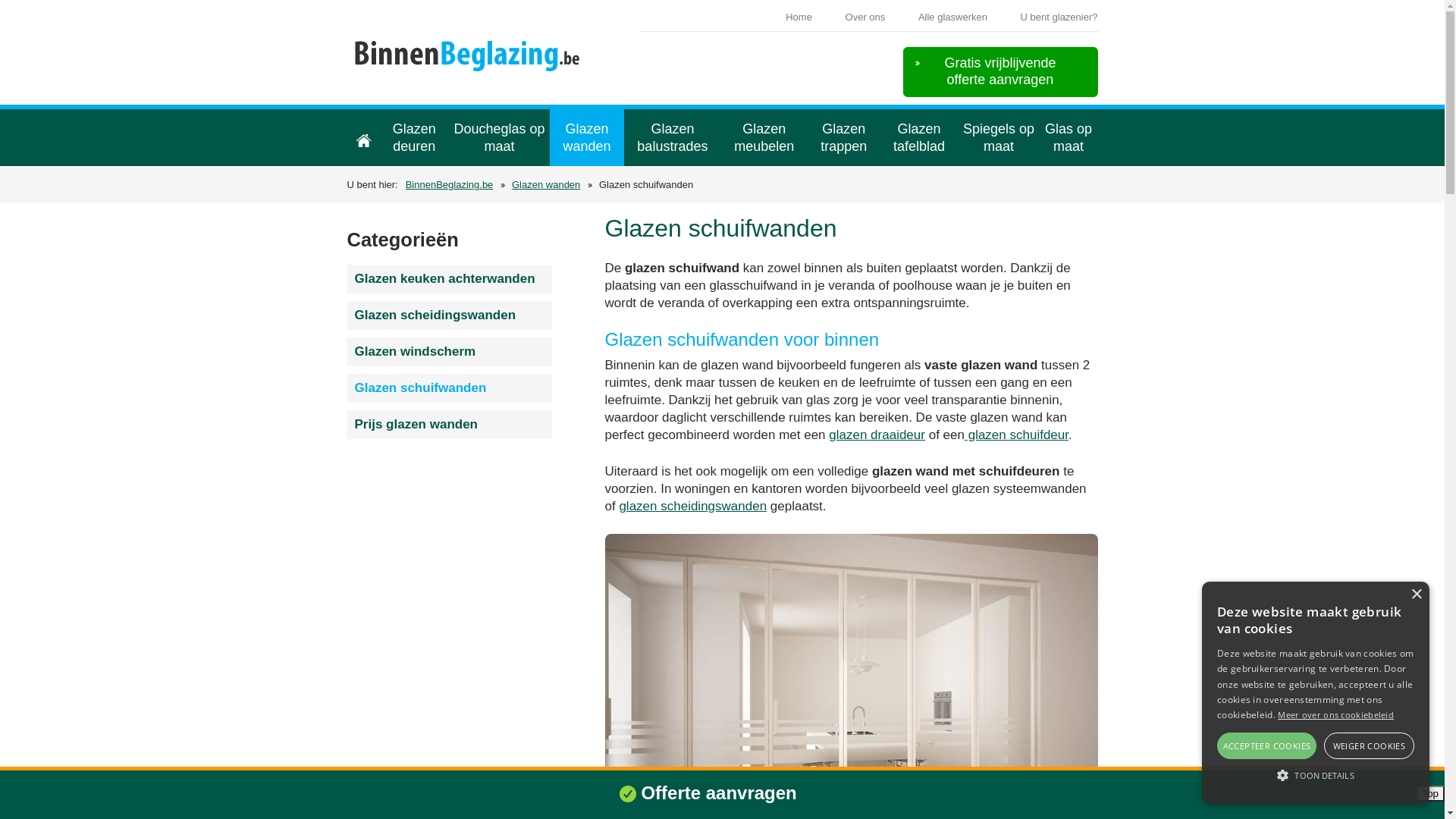  Describe the element at coordinates (918, 137) in the screenshot. I see `'Glazen tafelblad'` at that location.